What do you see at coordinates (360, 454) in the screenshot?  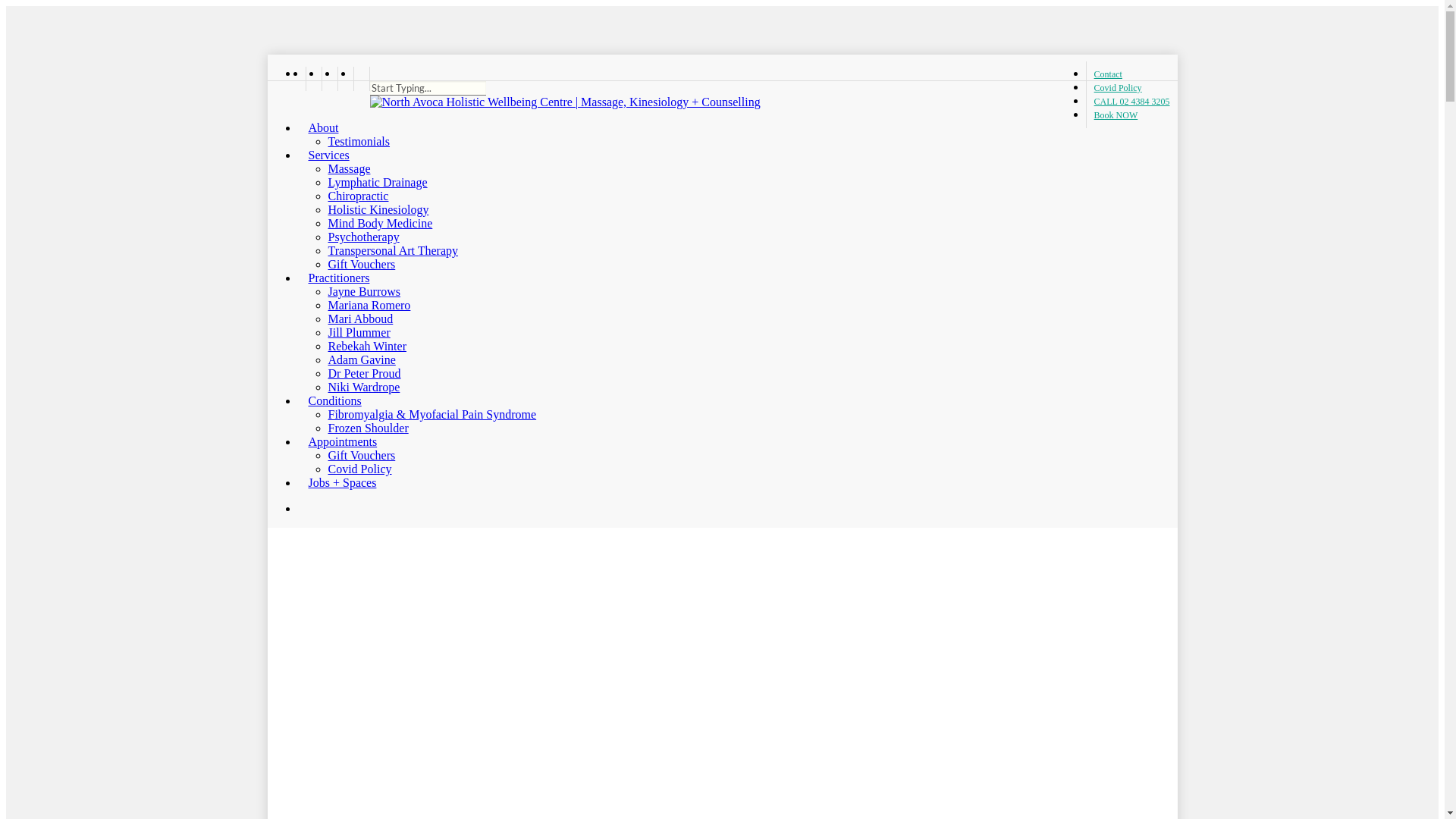 I see `'Gift Vouchers'` at bounding box center [360, 454].